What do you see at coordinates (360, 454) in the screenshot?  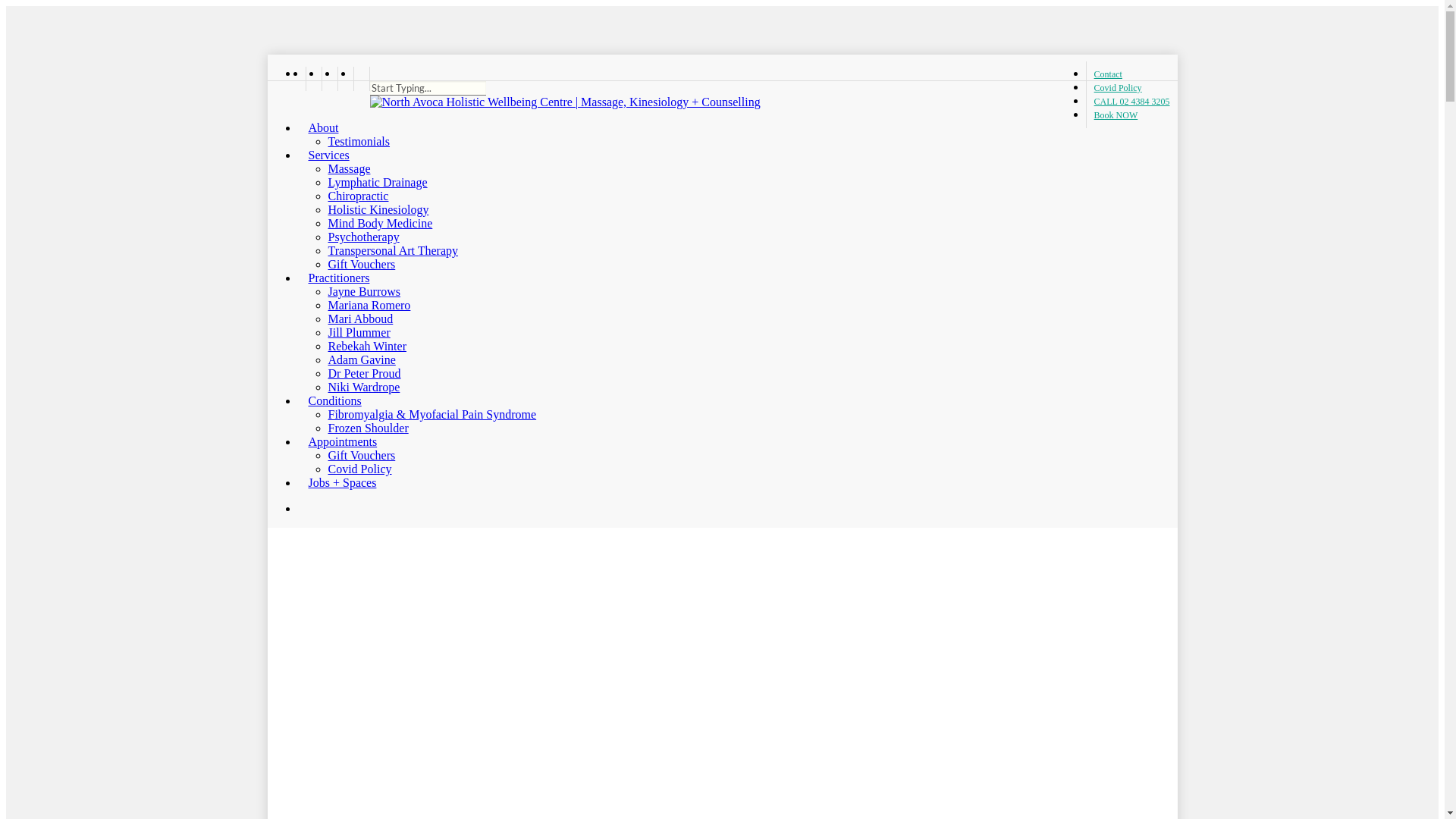 I see `'Gift Vouchers'` at bounding box center [360, 454].